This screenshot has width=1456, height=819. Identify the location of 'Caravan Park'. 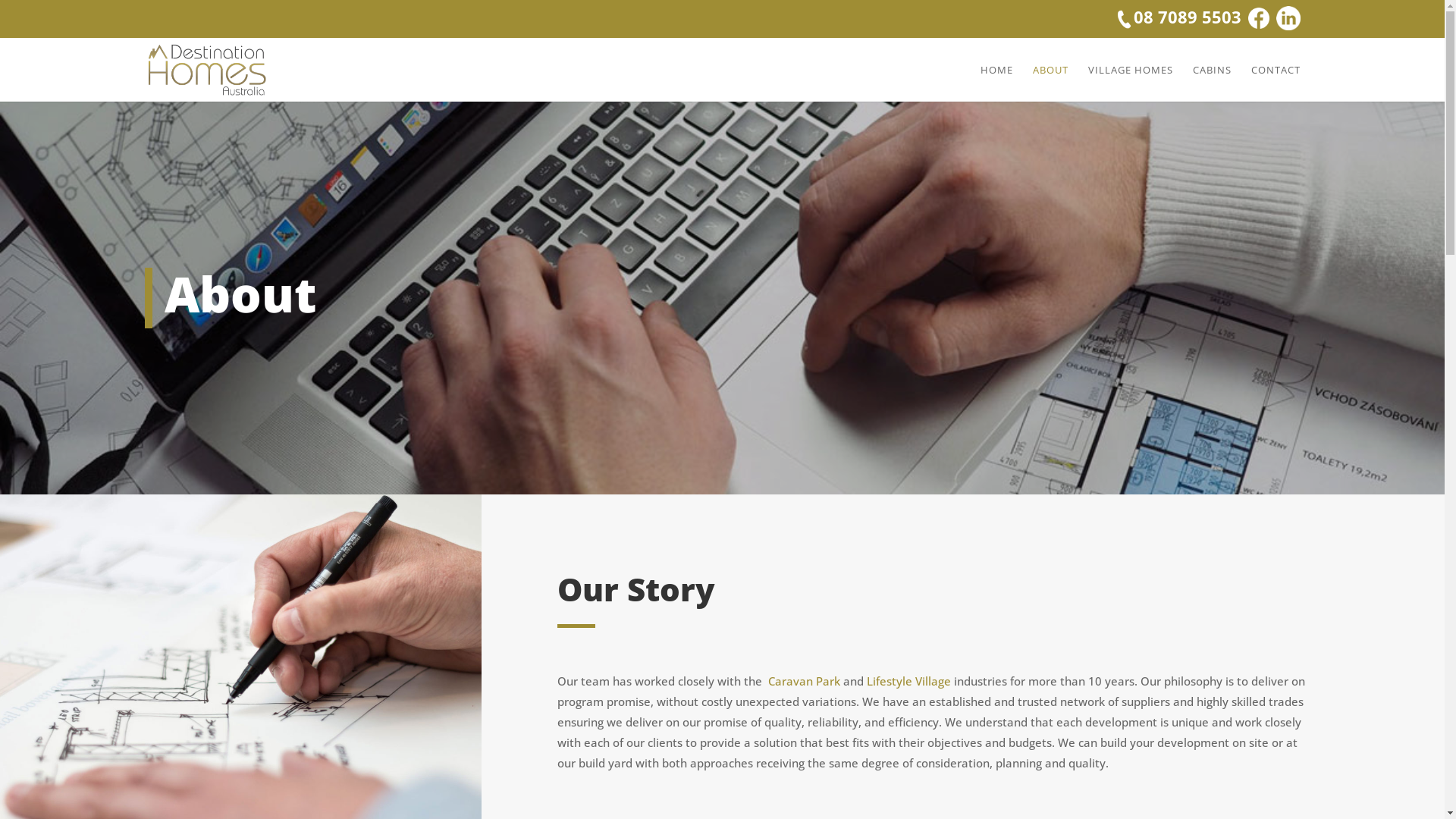
(767, 680).